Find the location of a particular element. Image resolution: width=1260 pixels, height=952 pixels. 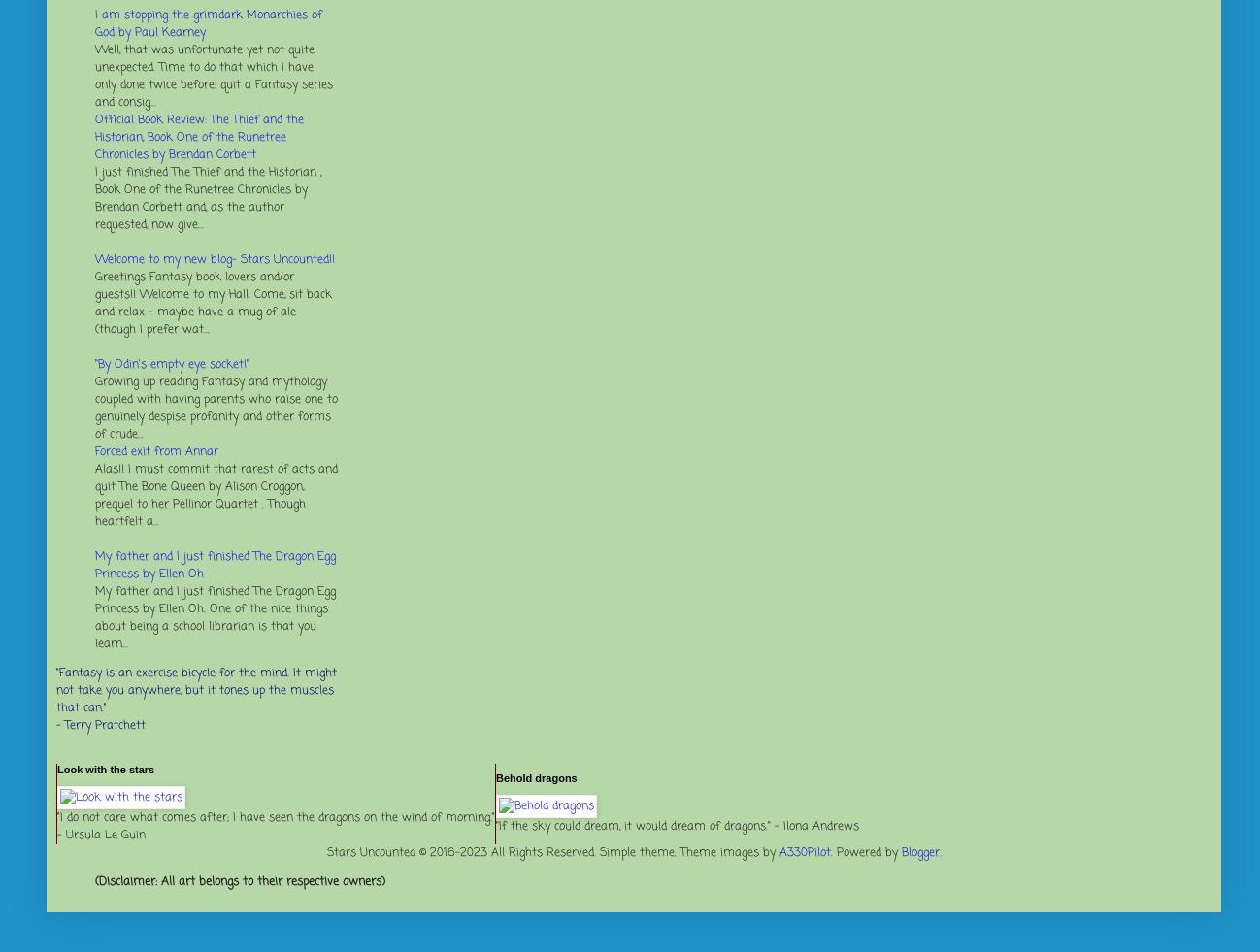

'"By Odin's empty eye socket!"' is located at coordinates (171, 364).